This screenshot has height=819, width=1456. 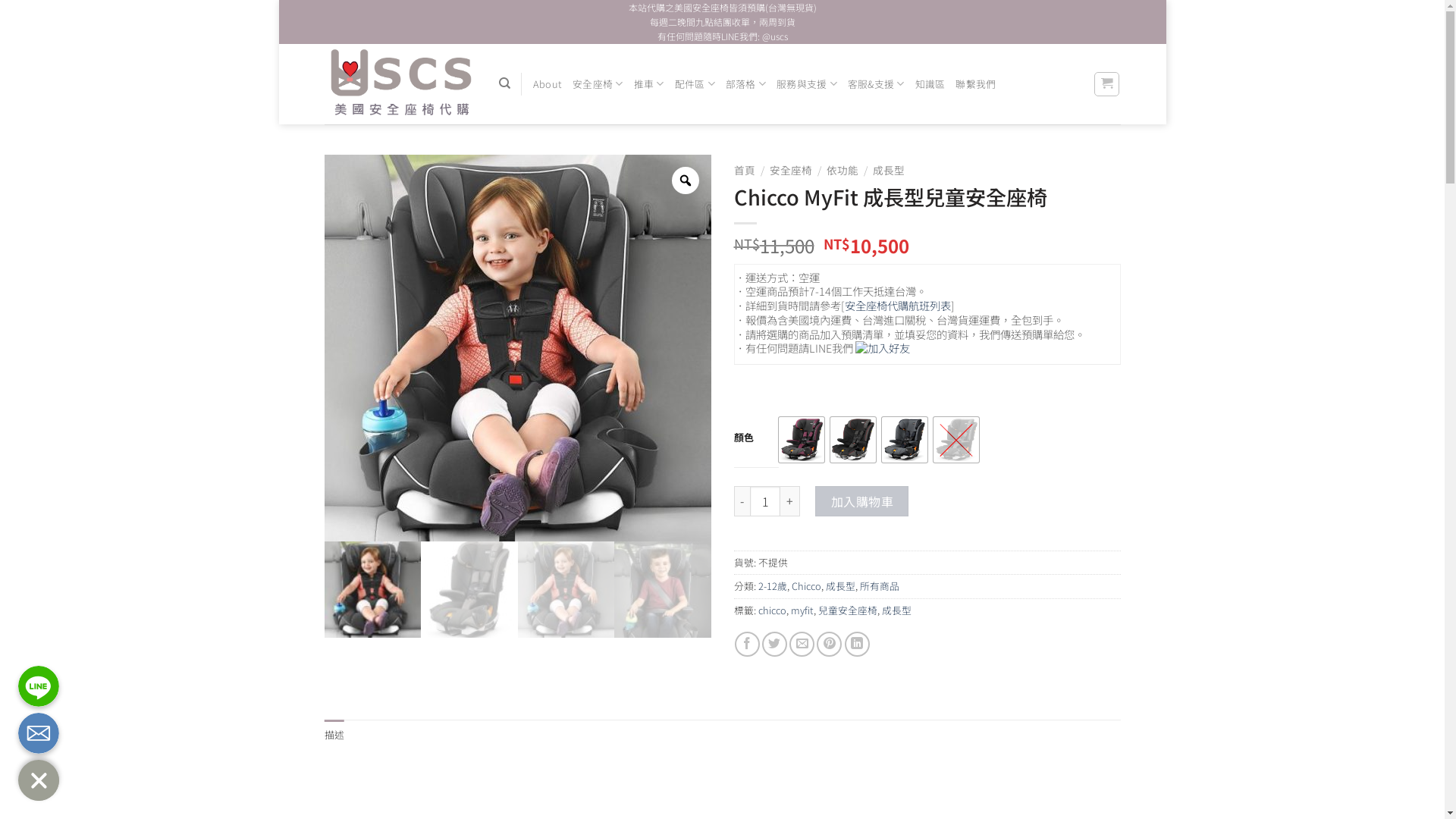 What do you see at coordinates (805, 585) in the screenshot?
I see `'Chicco'` at bounding box center [805, 585].